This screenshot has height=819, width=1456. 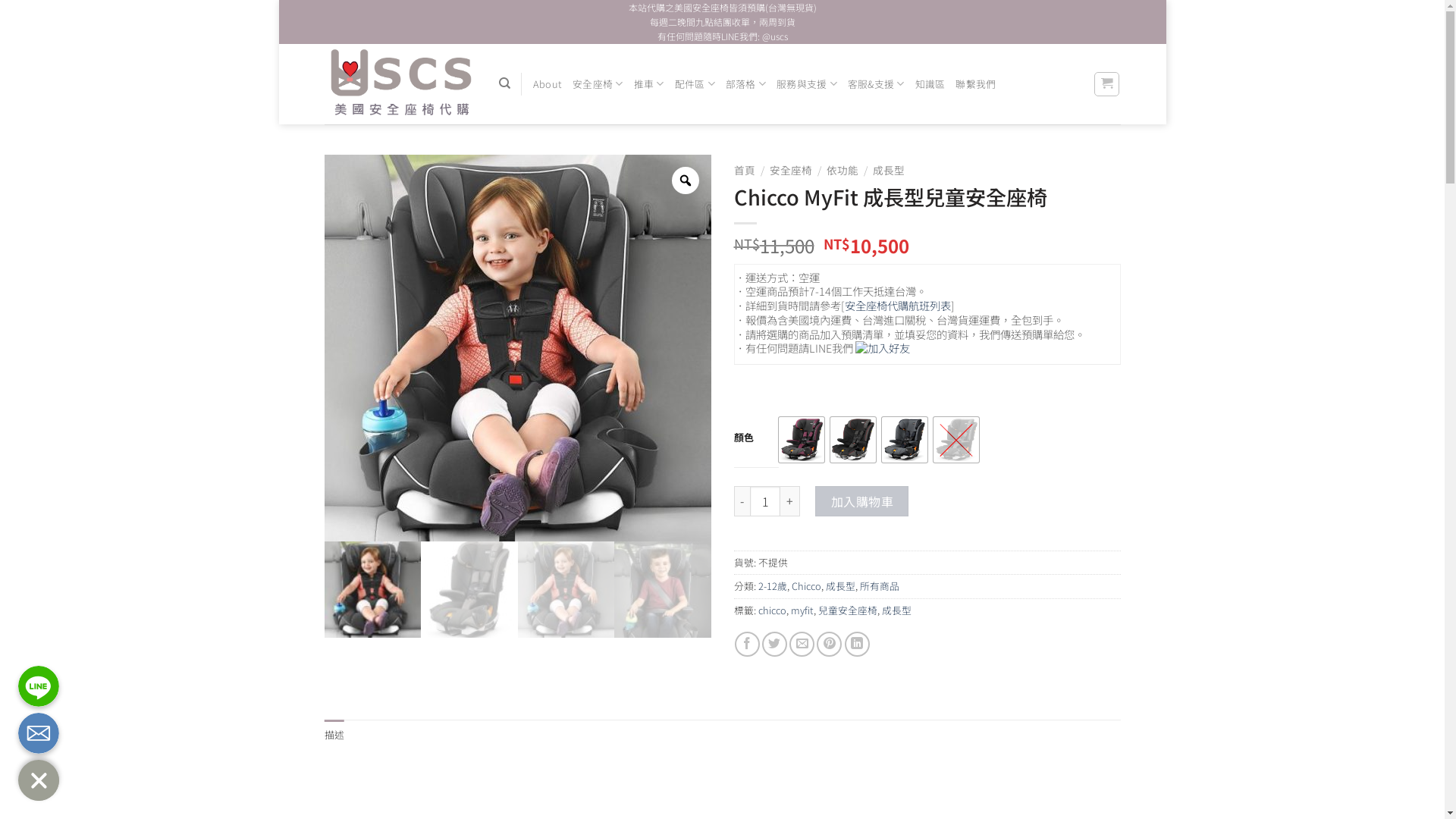 What do you see at coordinates (805, 585) in the screenshot?
I see `'Chicco'` at bounding box center [805, 585].